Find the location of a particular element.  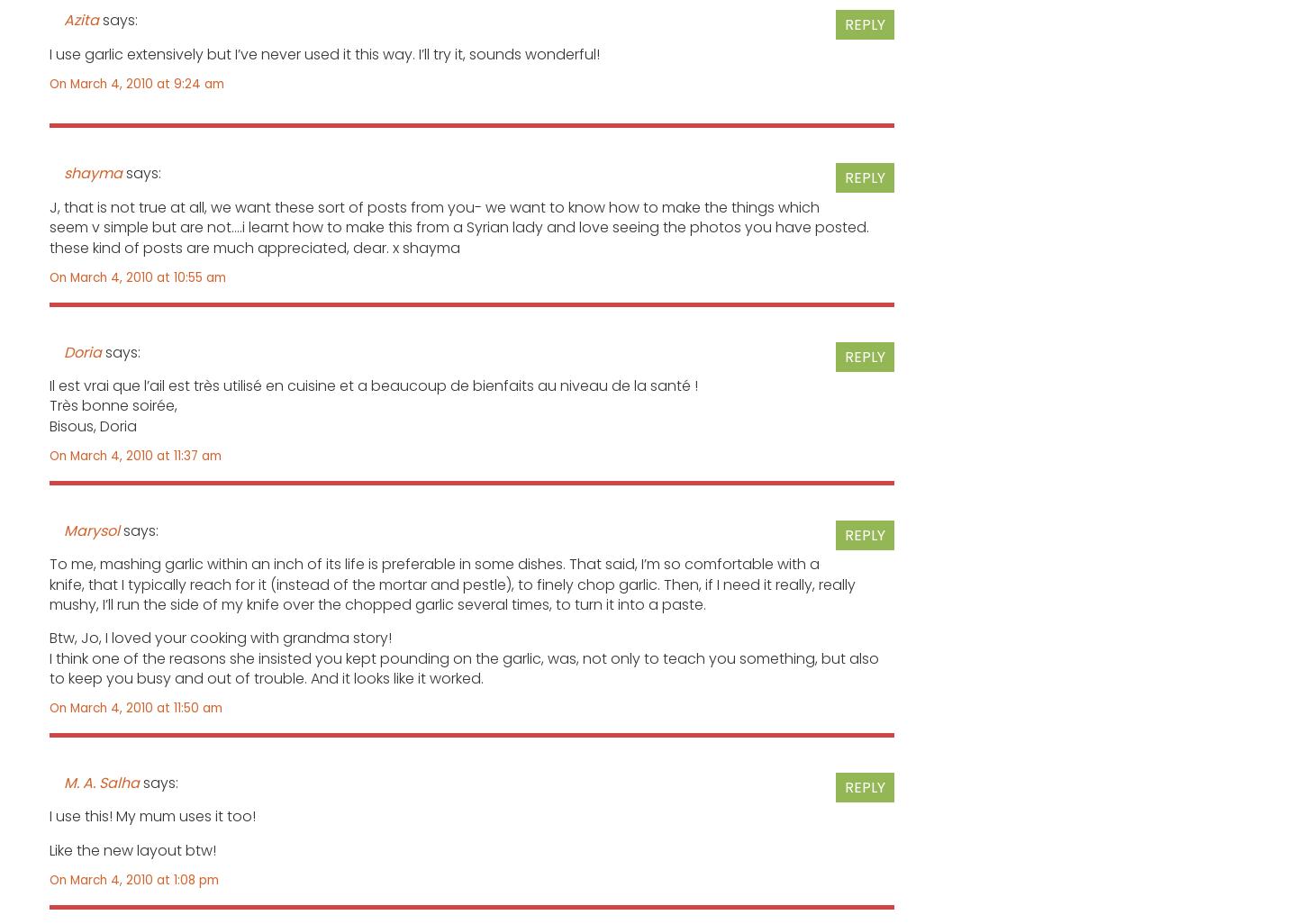

'Marysol' is located at coordinates (64, 529).